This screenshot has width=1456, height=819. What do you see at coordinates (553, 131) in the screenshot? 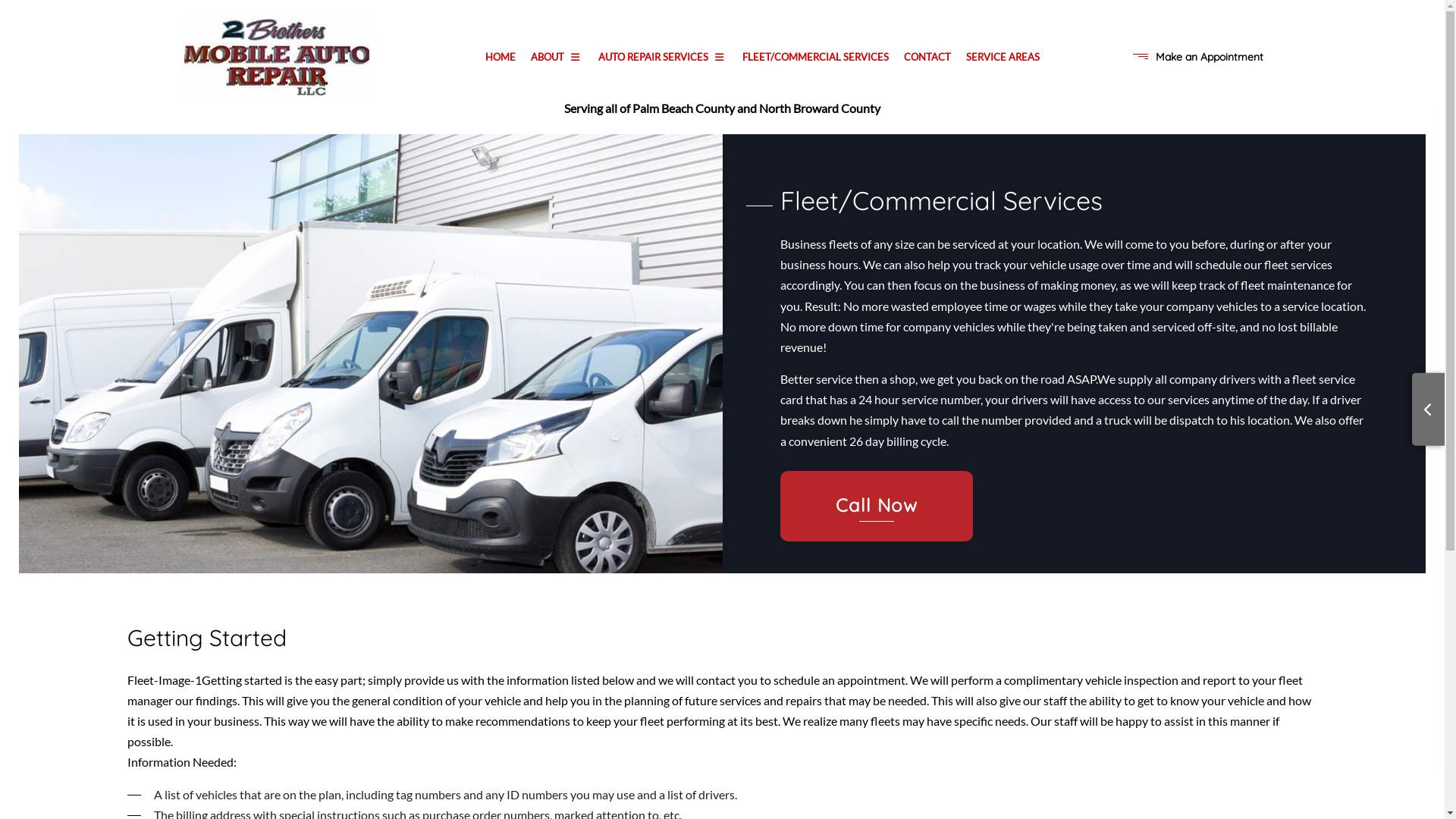
I see `'TESTIMONIALS'` at bounding box center [553, 131].